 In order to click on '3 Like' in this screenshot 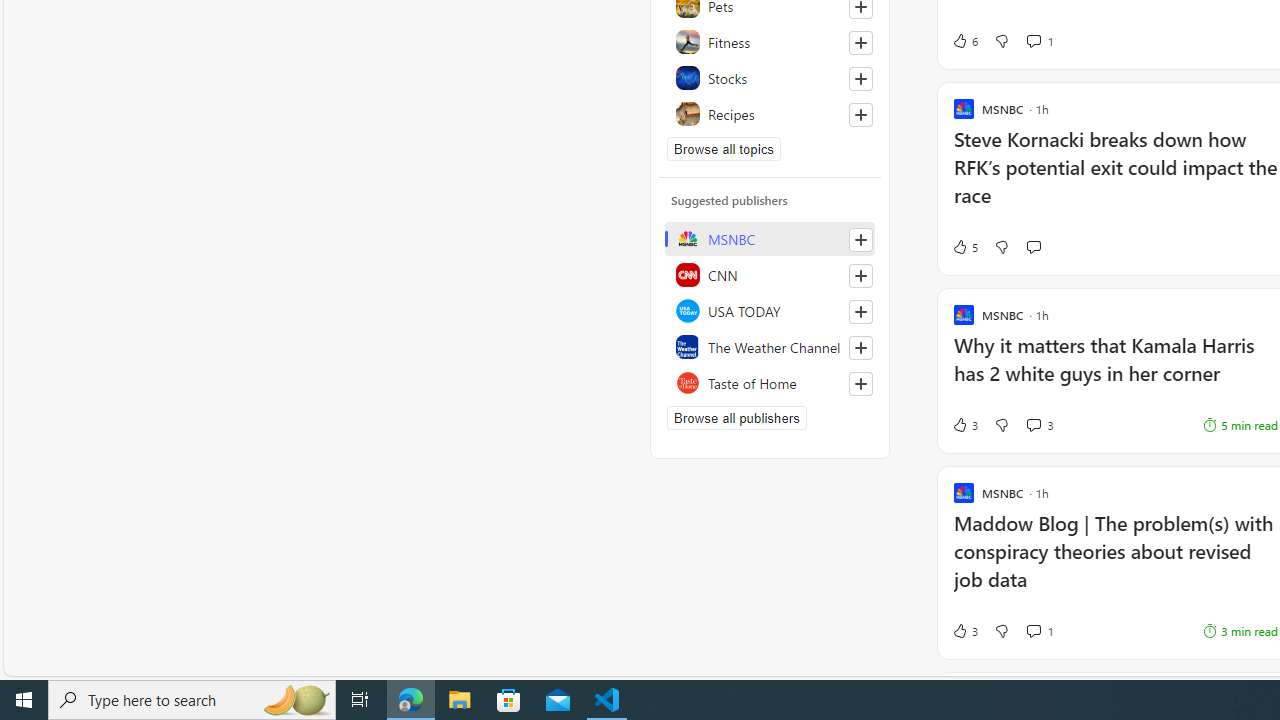, I will do `click(964, 631)`.